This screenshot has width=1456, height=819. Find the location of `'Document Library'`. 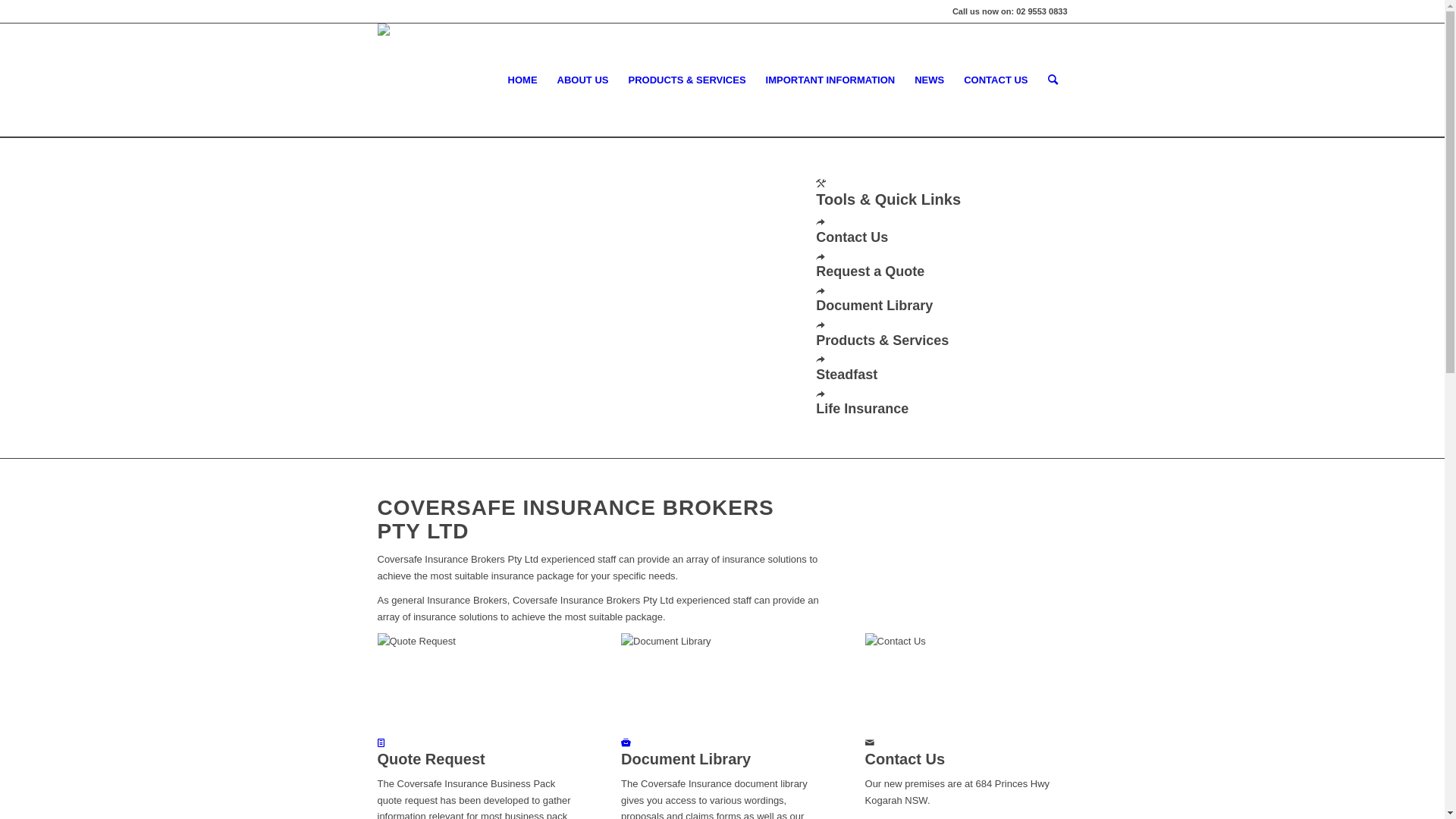

'Document Library' is located at coordinates (626, 742).